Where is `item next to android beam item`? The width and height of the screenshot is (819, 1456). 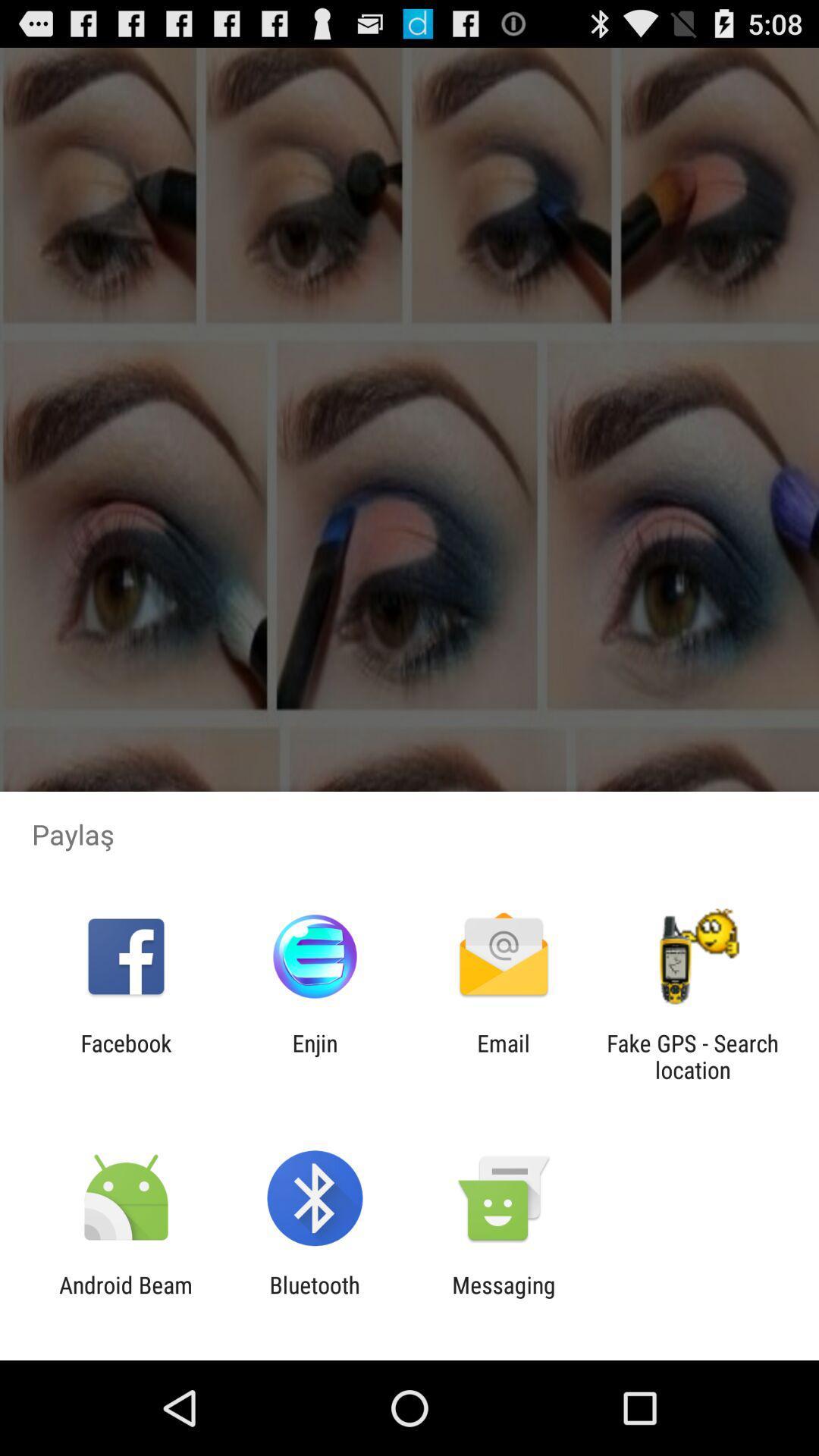
item next to android beam item is located at coordinates (314, 1298).